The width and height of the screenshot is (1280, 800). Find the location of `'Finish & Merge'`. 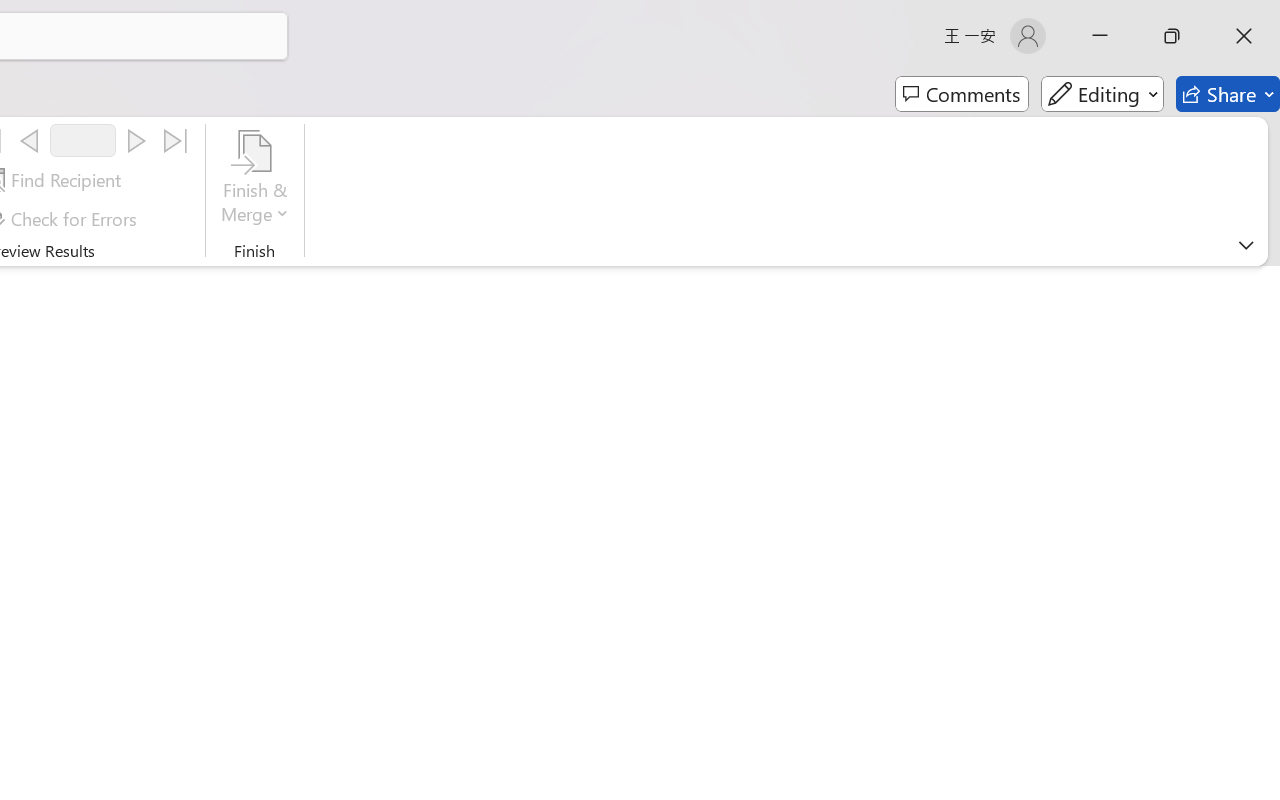

'Finish & Merge' is located at coordinates (254, 179).